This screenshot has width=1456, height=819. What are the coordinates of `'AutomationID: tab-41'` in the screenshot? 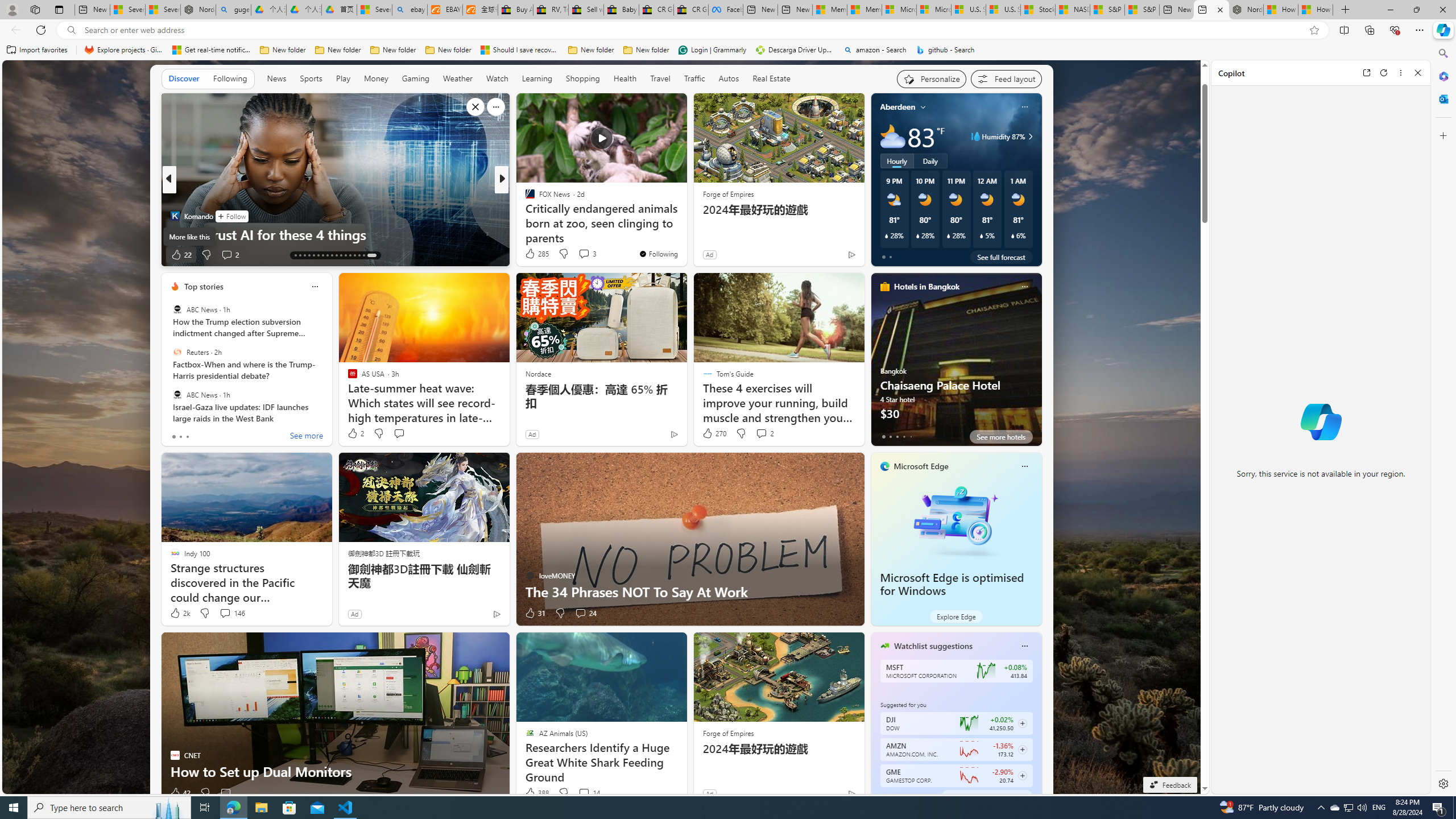 It's located at (364, 255).